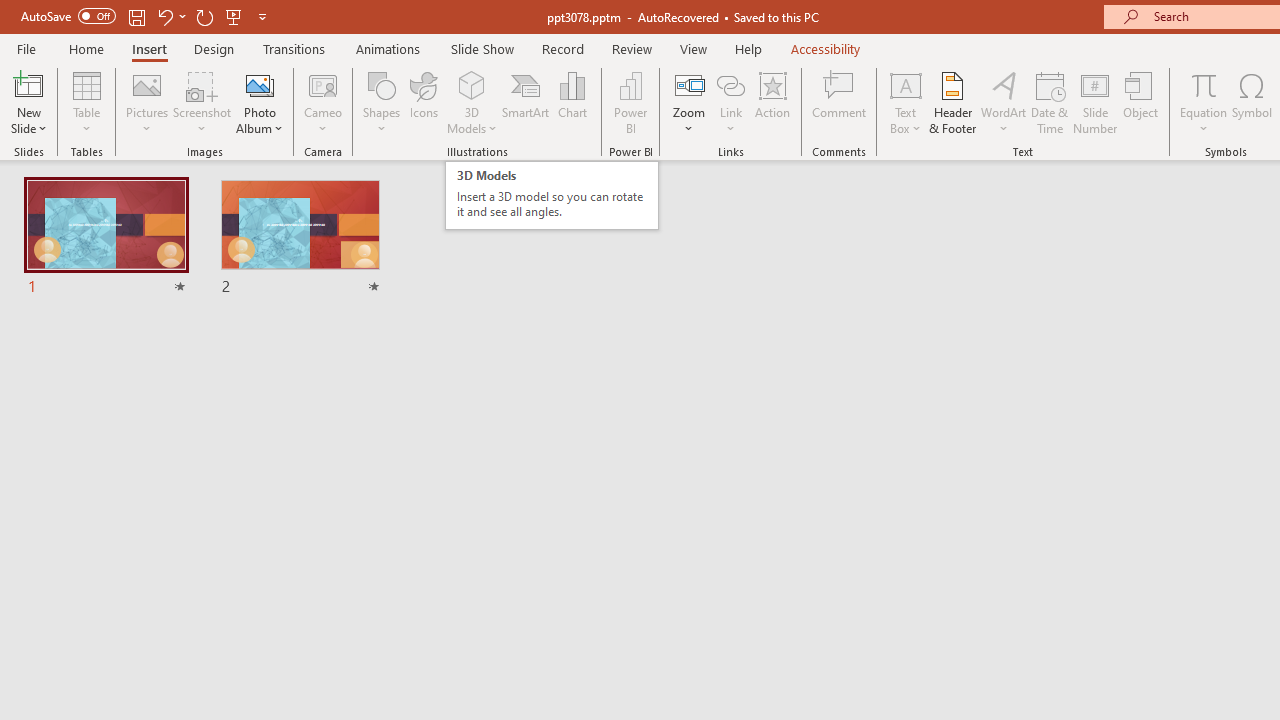 Image resolution: width=1280 pixels, height=720 pixels. I want to click on 'Symbol...', so click(1251, 103).